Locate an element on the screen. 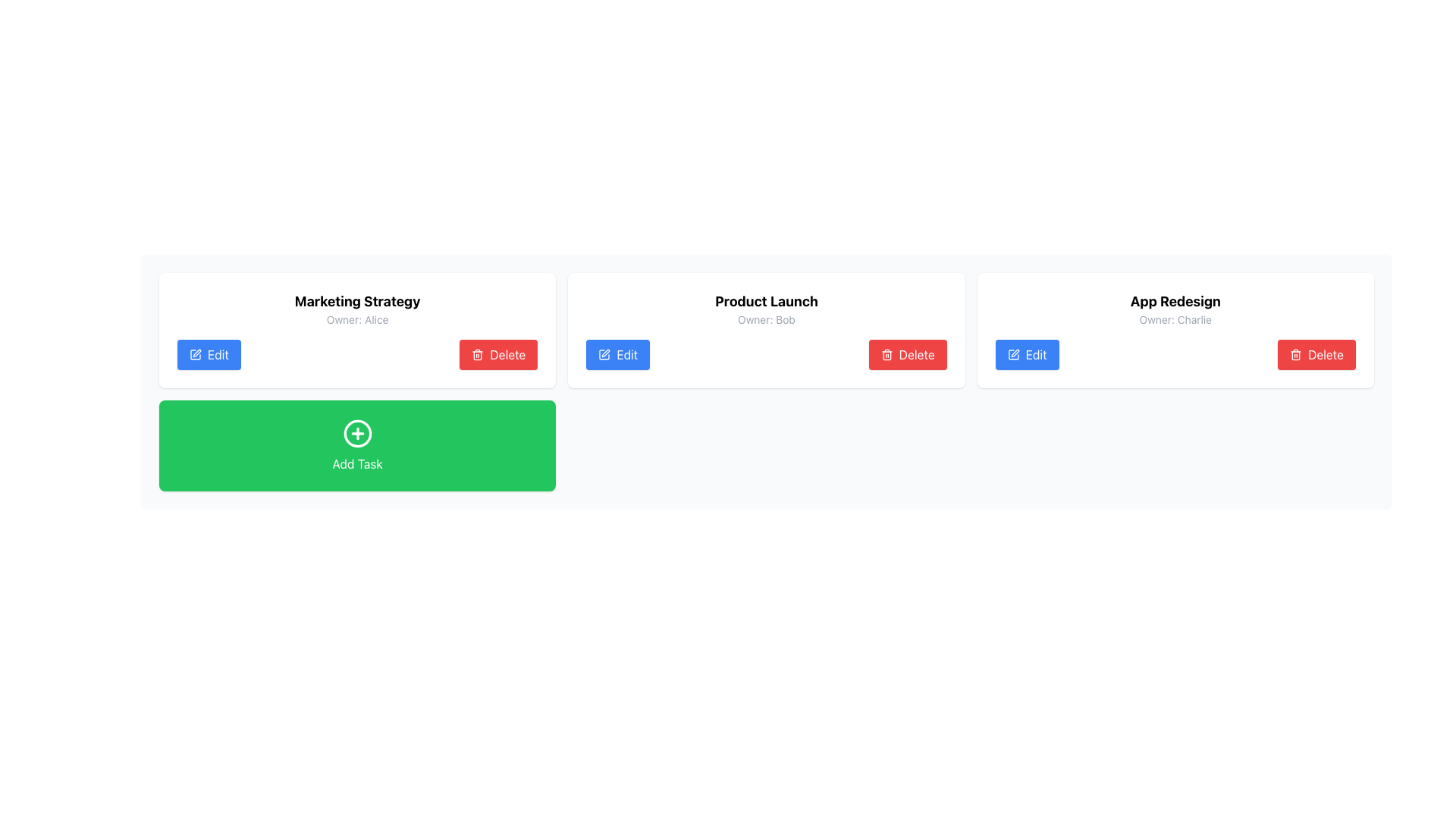  the delete icon associated with the 'Delete' button on the 'Product Launch' card located in the second column of the UI layout is located at coordinates (886, 354).